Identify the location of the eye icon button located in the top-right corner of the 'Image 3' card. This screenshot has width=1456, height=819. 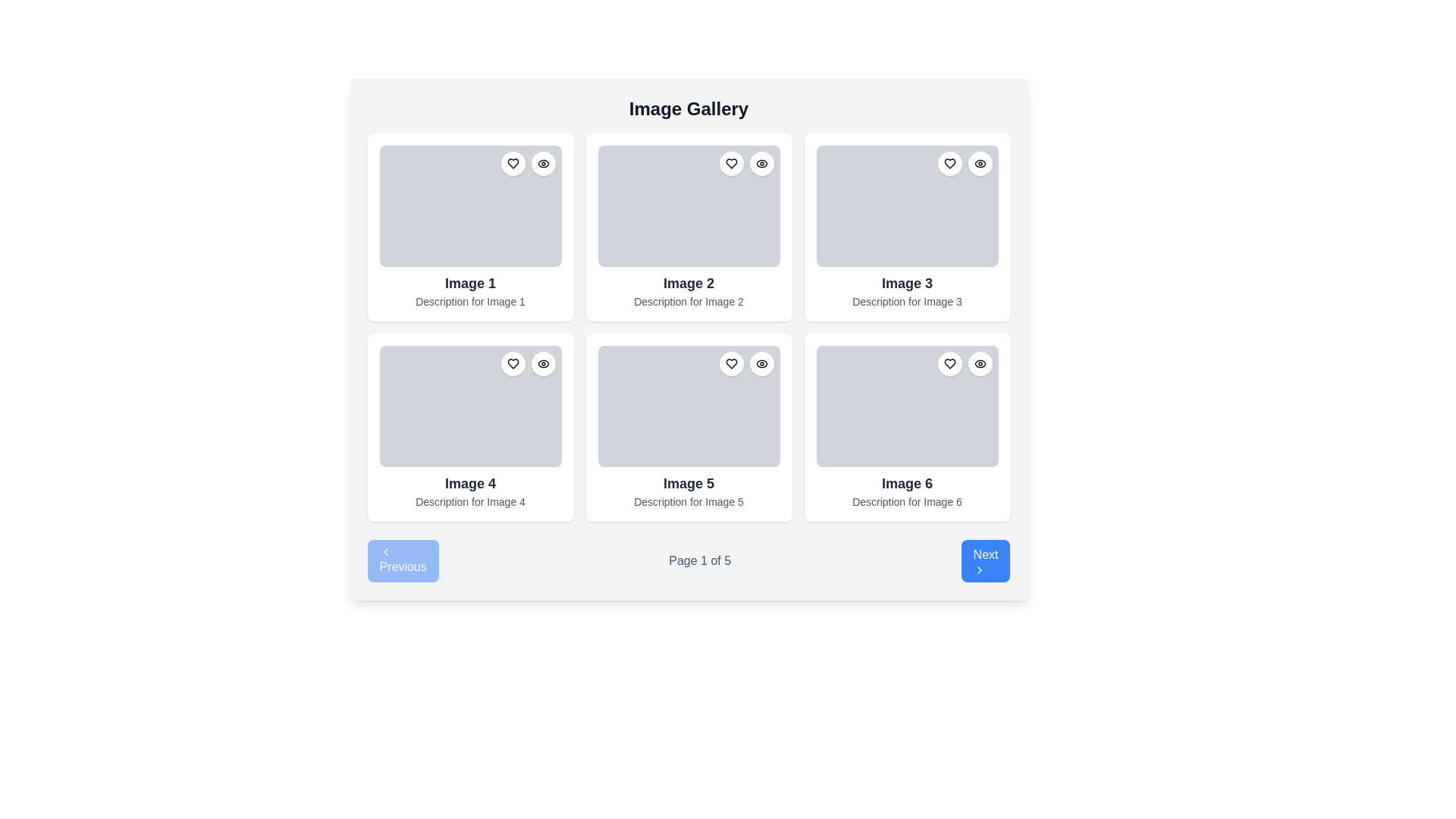
(980, 164).